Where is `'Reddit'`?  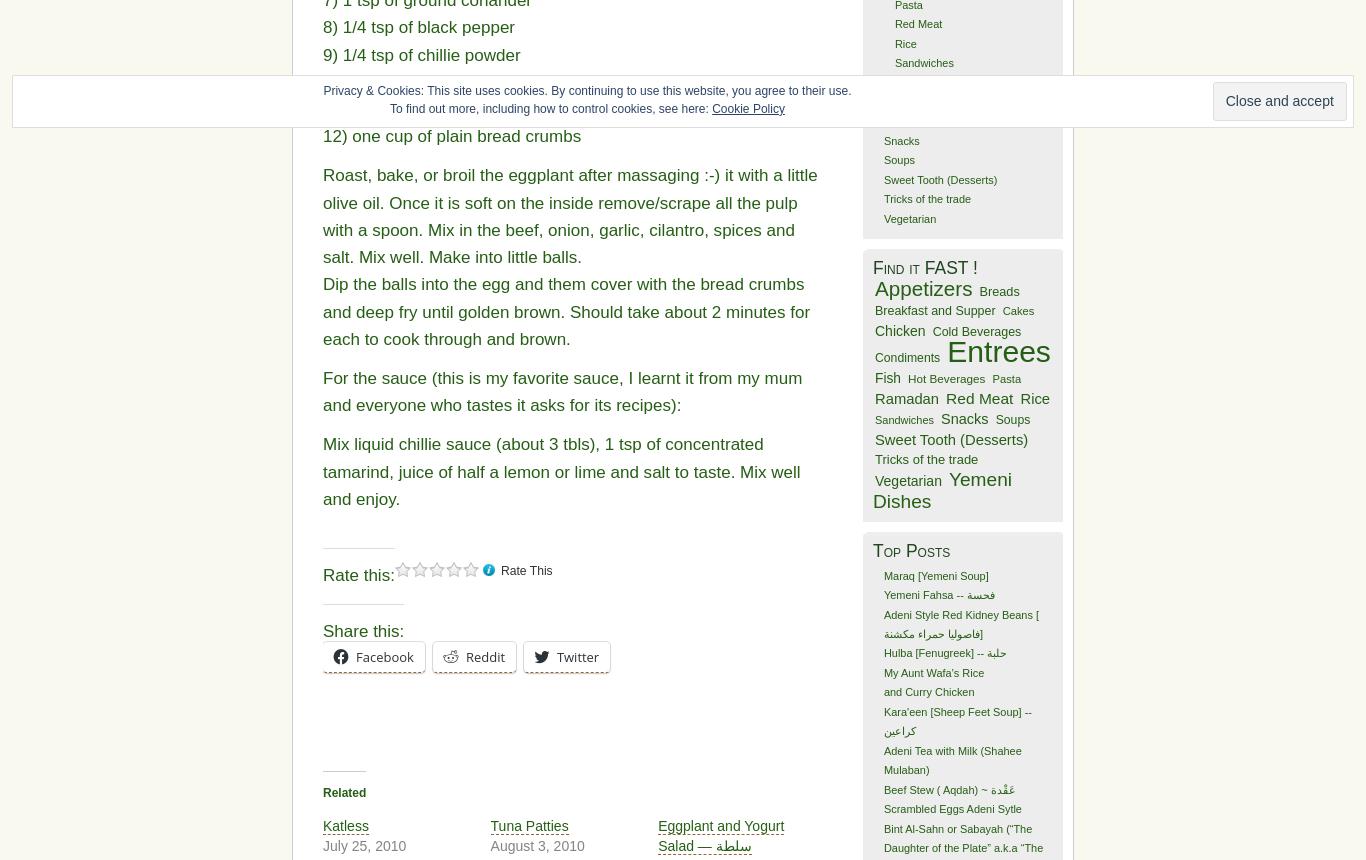 'Reddit' is located at coordinates (464, 656).